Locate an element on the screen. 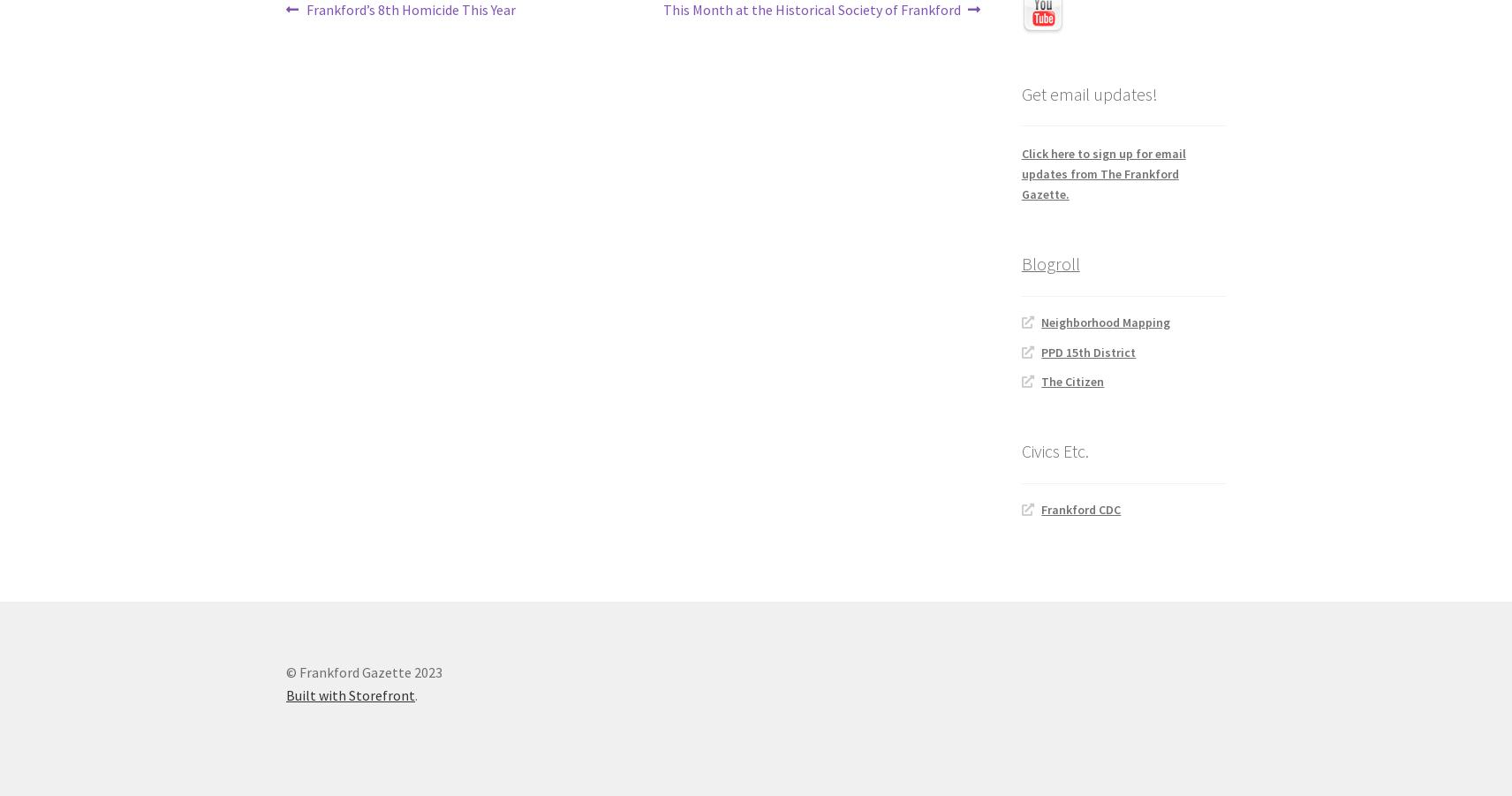 This screenshot has height=796, width=1512. 'Civics Etc.' is located at coordinates (1054, 451).